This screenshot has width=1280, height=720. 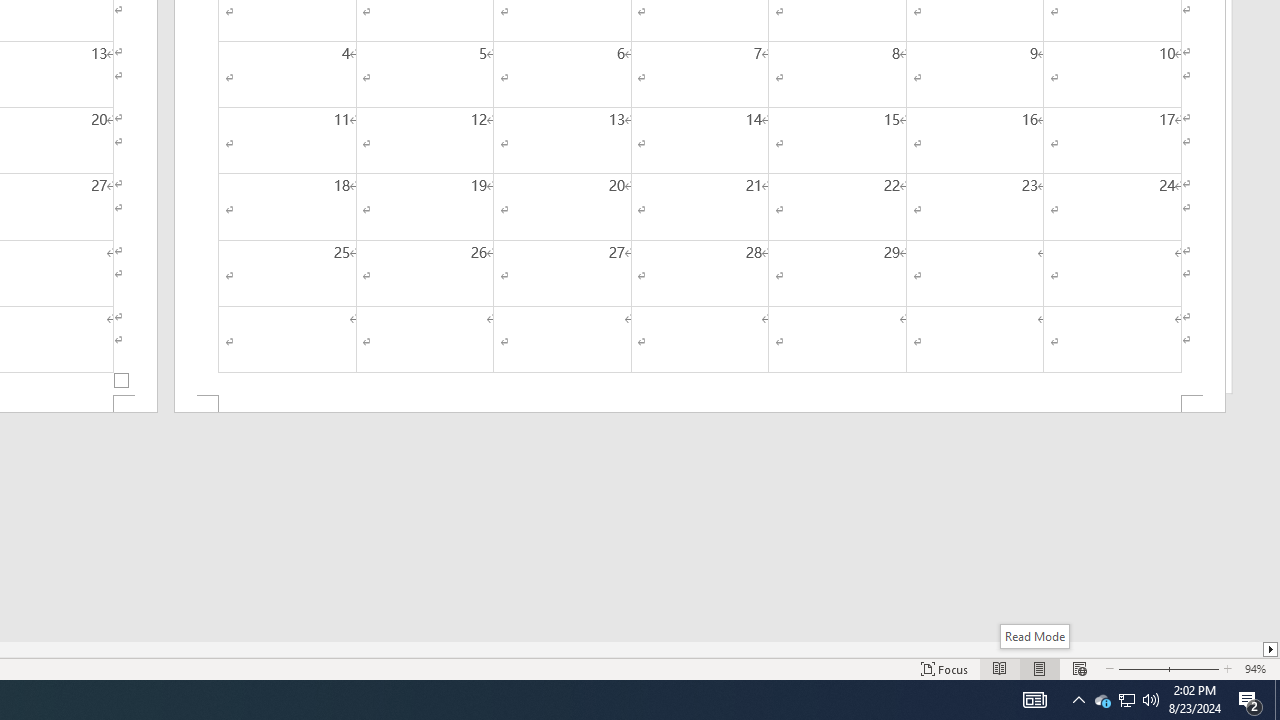 What do you see at coordinates (700, 404) in the screenshot?
I see `'Footer -Section 2-'` at bounding box center [700, 404].